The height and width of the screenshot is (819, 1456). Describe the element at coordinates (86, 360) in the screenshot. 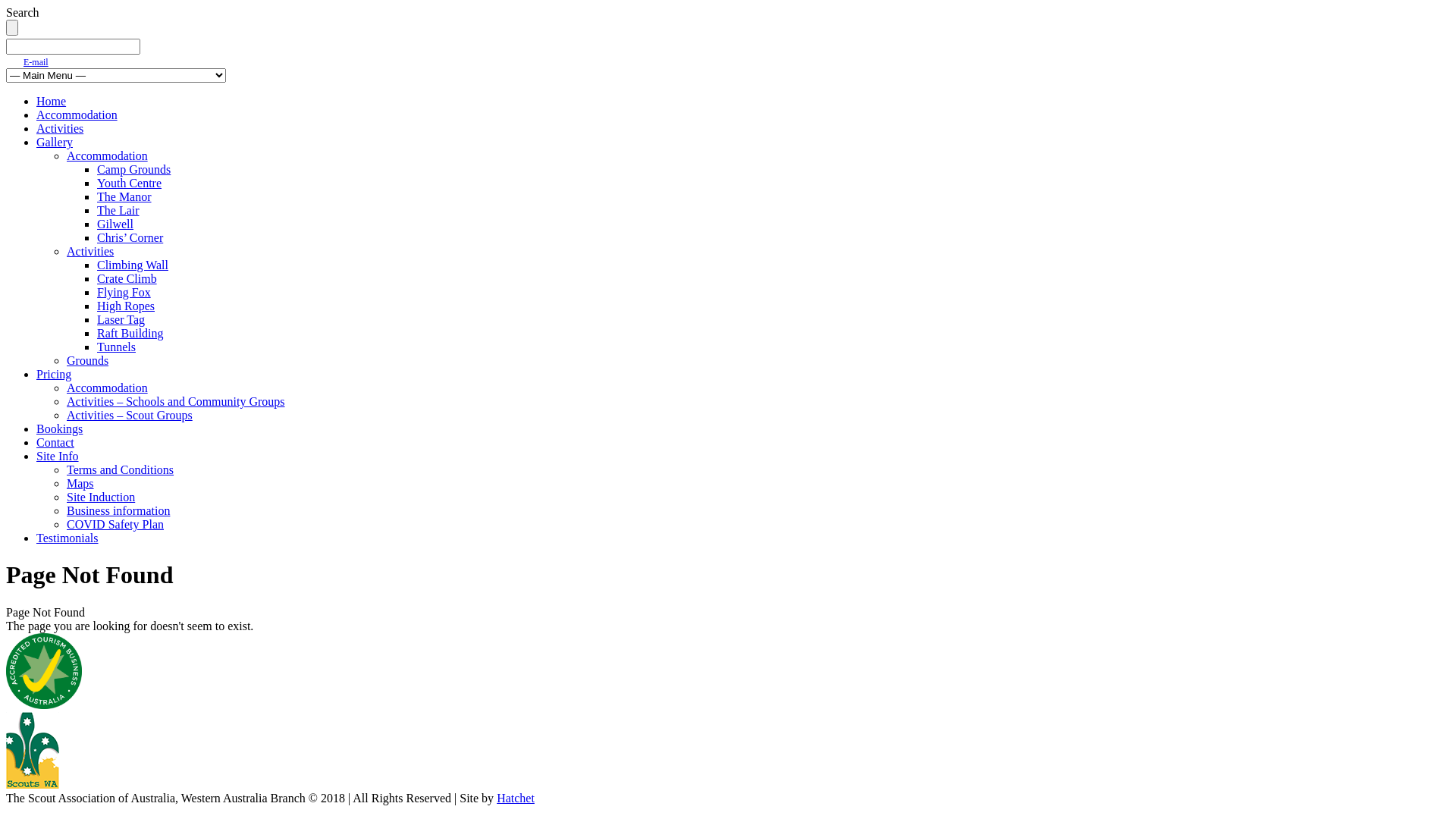

I see `'Grounds'` at that location.